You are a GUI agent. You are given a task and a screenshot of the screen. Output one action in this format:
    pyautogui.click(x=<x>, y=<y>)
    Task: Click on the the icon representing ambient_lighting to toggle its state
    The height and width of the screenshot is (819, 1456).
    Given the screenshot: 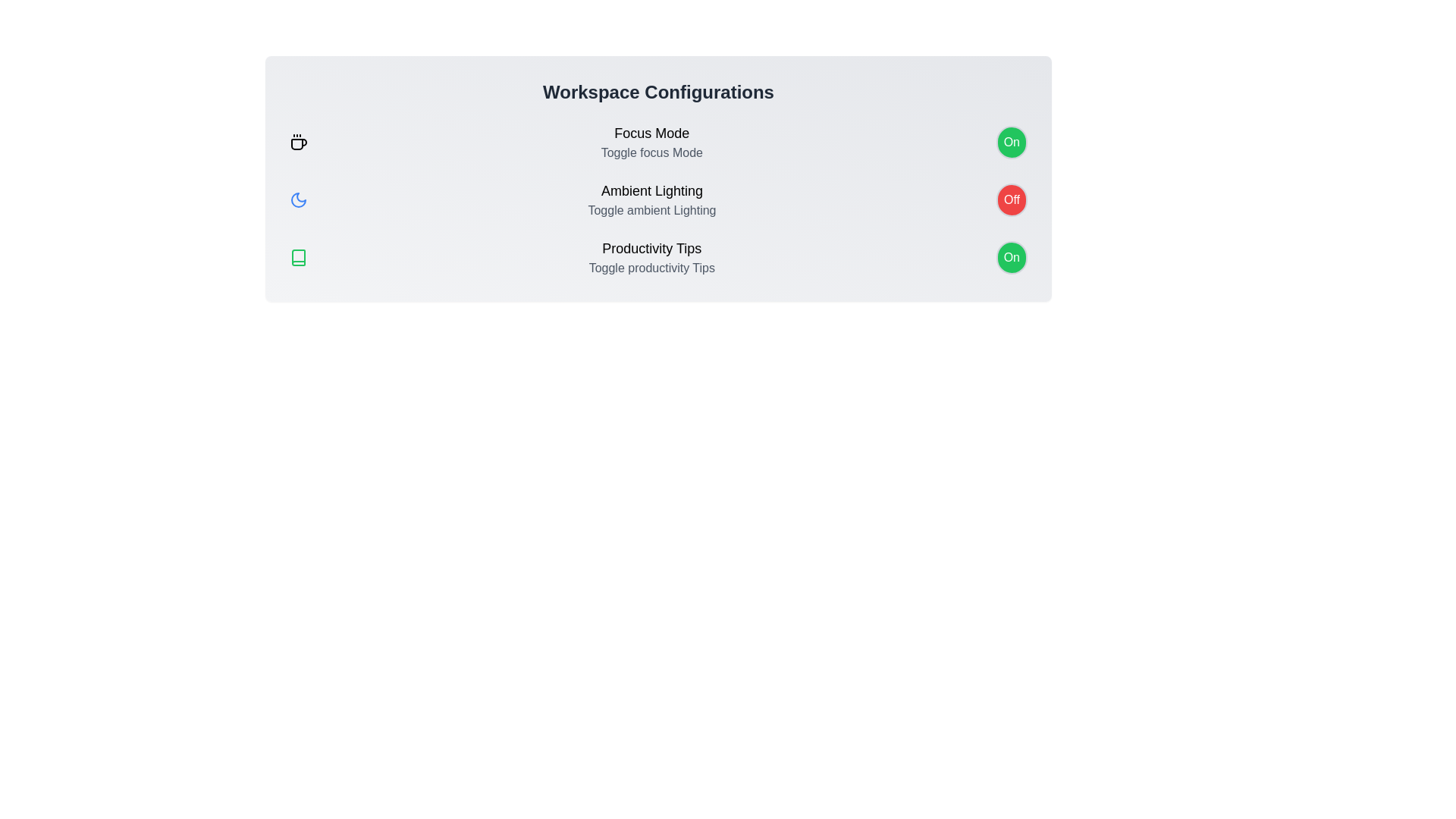 What is the action you would take?
    pyautogui.click(x=298, y=199)
    